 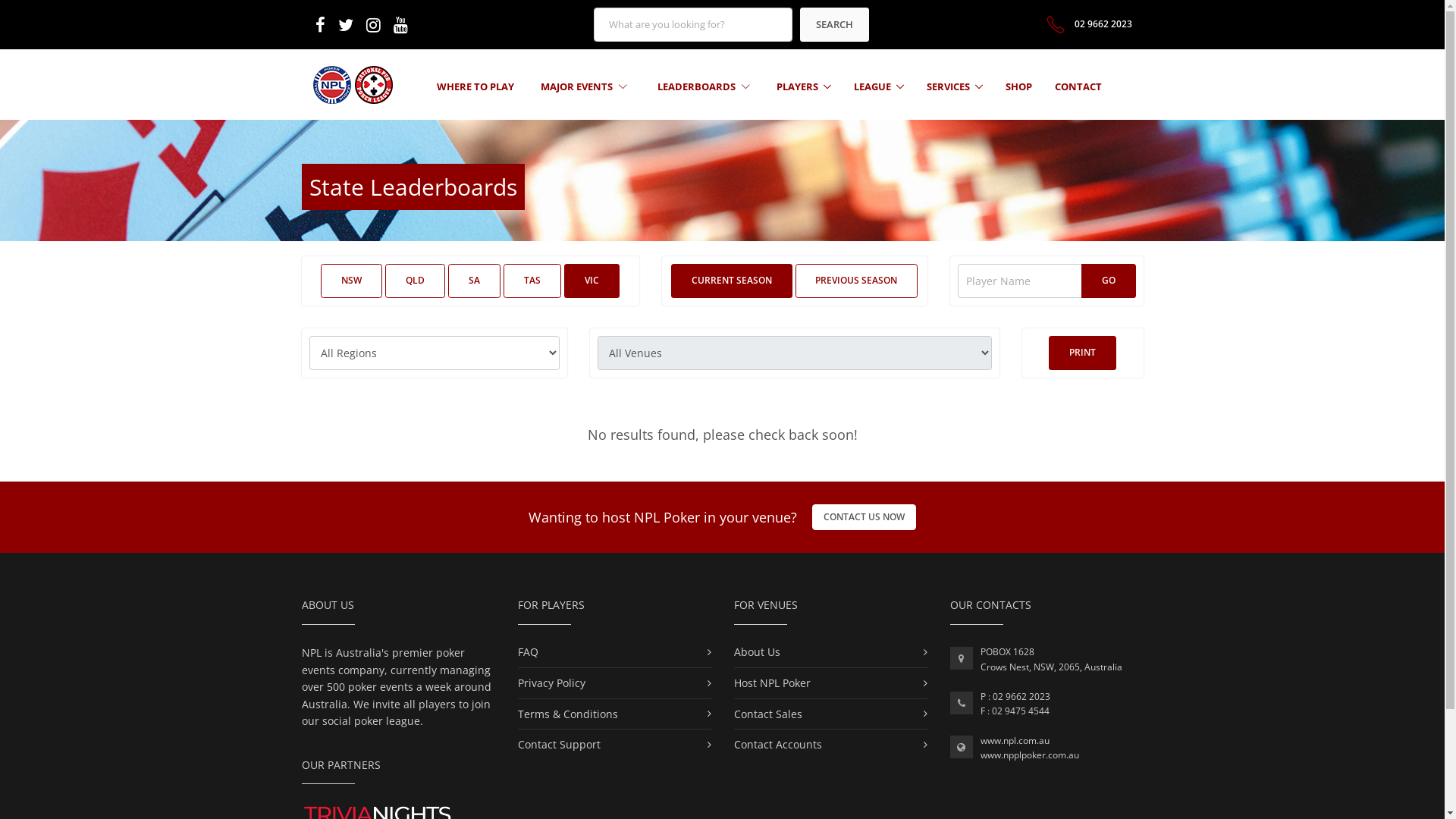 I want to click on 'CONTACT', so click(x=1054, y=86).